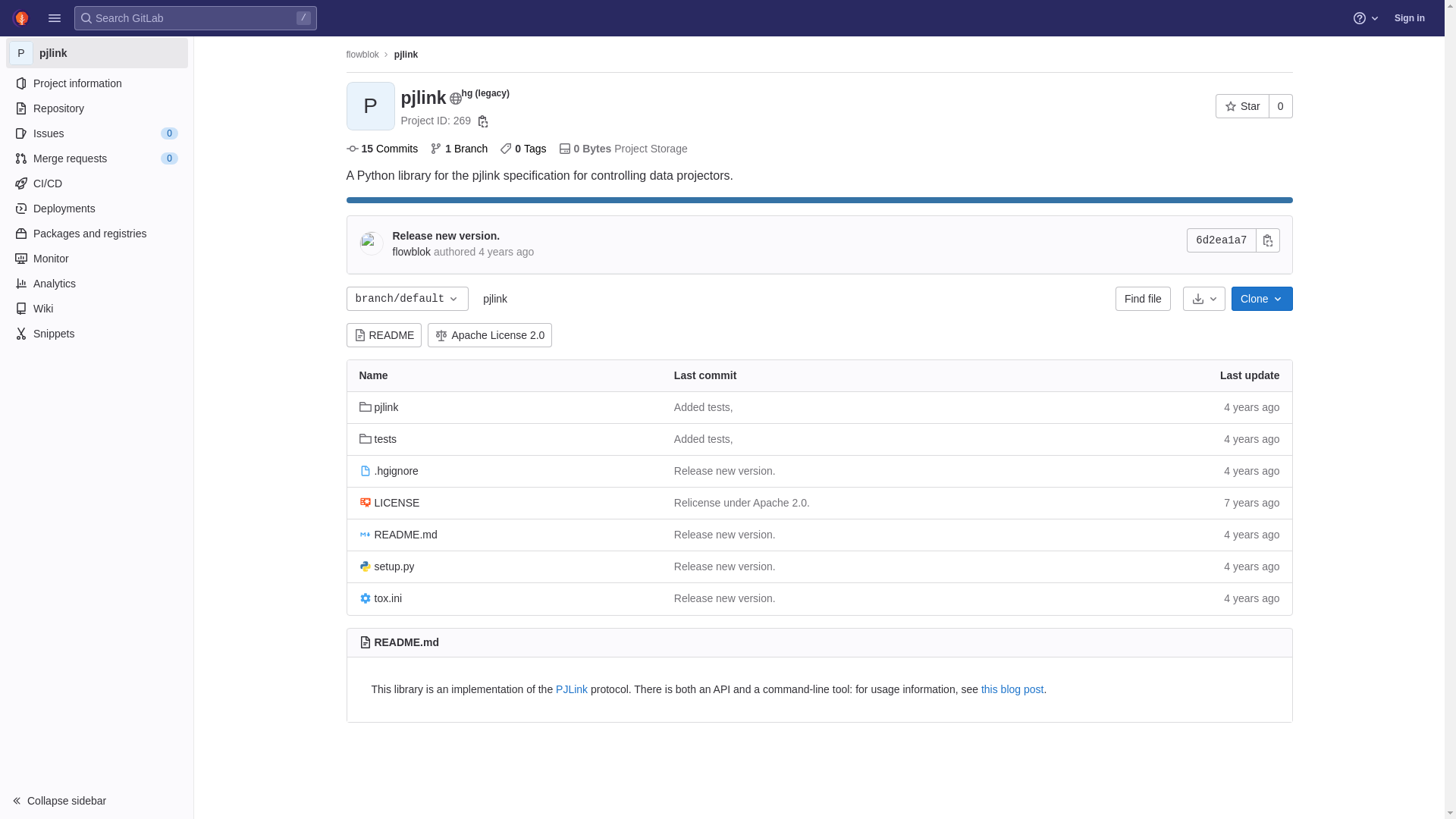 The image size is (1456, 819). I want to click on 'tox.ini', so click(381, 598).